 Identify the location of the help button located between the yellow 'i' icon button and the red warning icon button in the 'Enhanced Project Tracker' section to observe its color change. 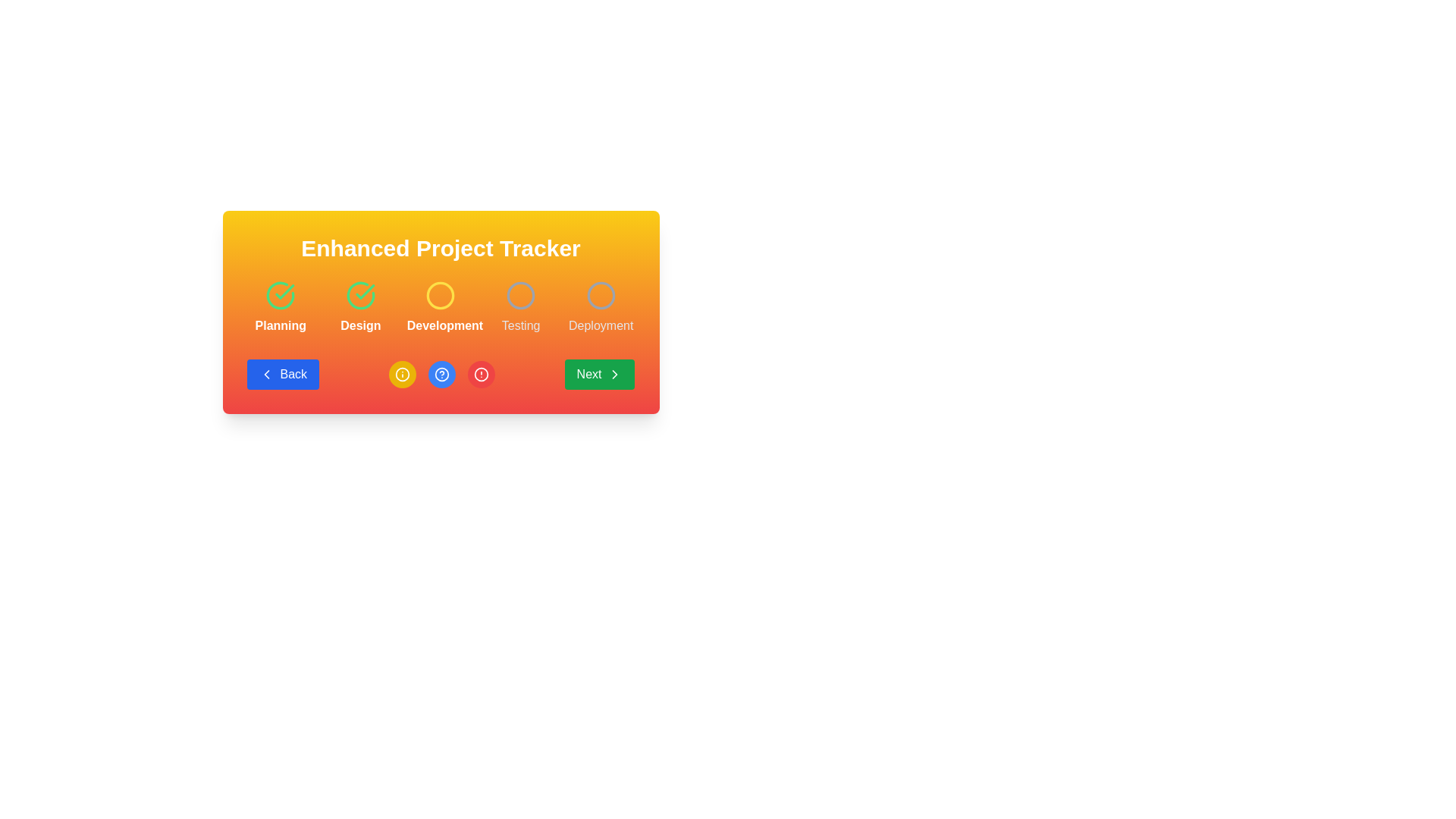
(441, 374).